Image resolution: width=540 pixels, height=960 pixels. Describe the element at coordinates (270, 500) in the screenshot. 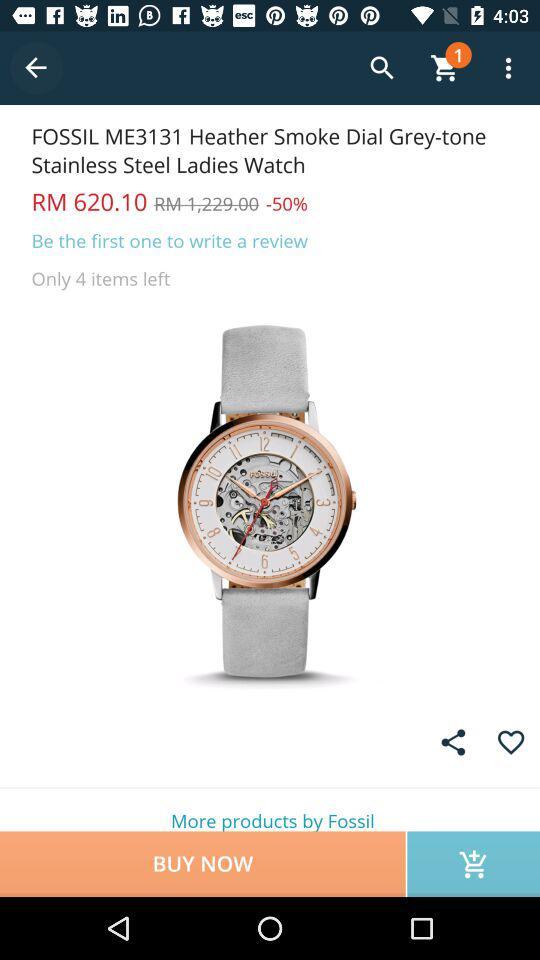

I see `watch` at that location.